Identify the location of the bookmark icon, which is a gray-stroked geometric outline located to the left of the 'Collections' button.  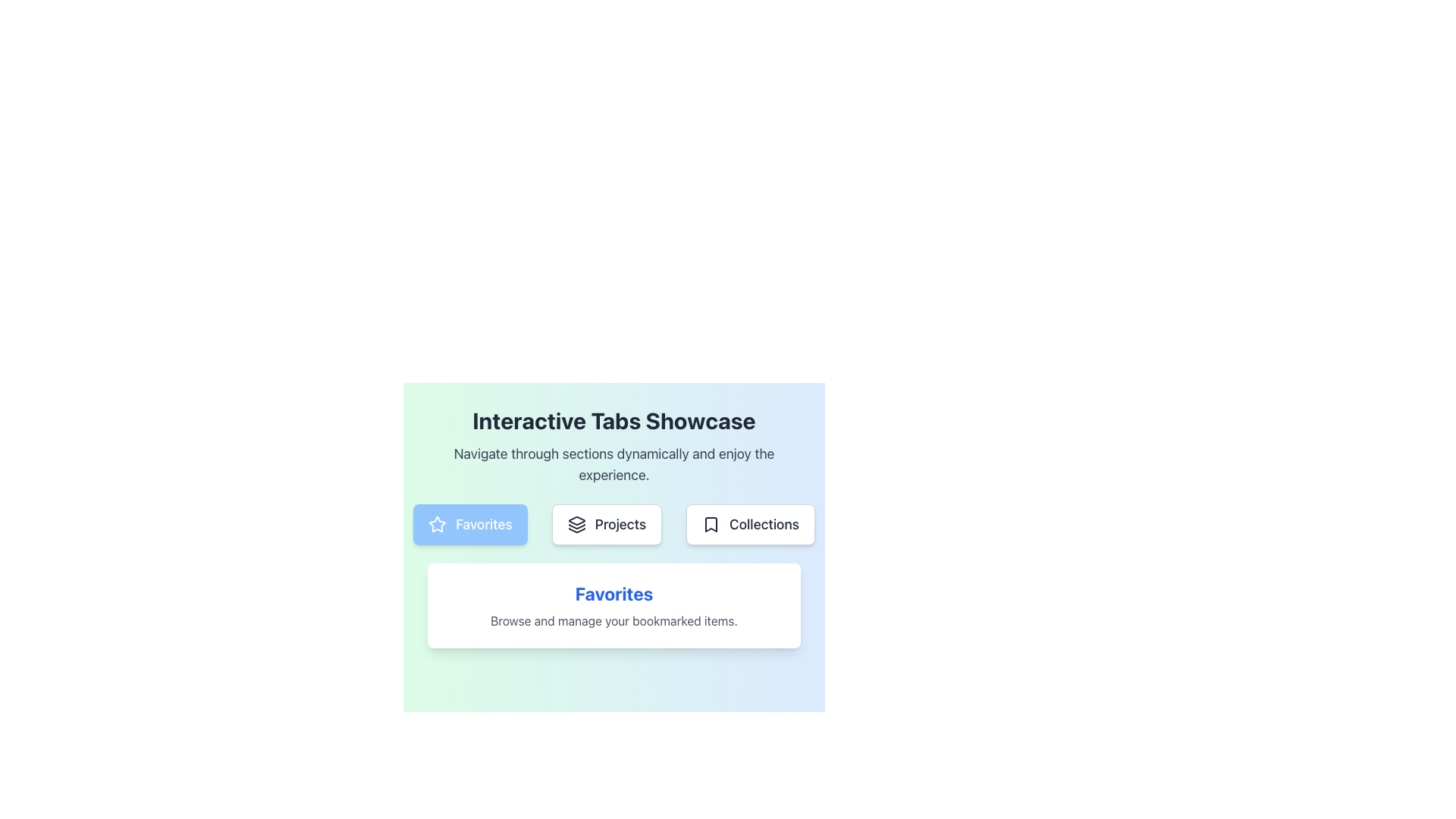
(711, 523).